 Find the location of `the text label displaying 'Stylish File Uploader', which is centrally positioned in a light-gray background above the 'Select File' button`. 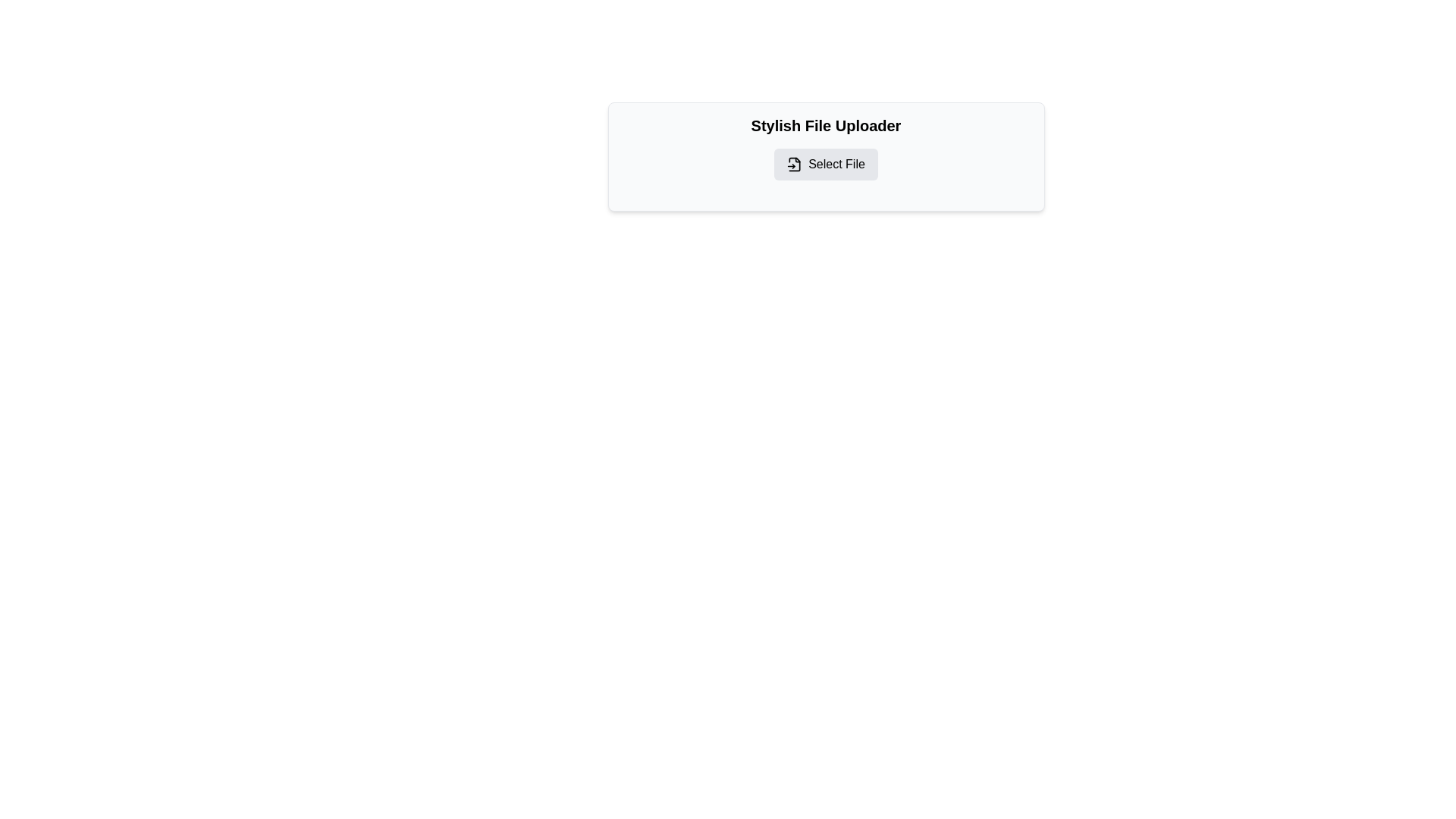

the text label displaying 'Stylish File Uploader', which is centrally positioned in a light-gray background above the 'Select File' button is located at coordinates (825, 124).